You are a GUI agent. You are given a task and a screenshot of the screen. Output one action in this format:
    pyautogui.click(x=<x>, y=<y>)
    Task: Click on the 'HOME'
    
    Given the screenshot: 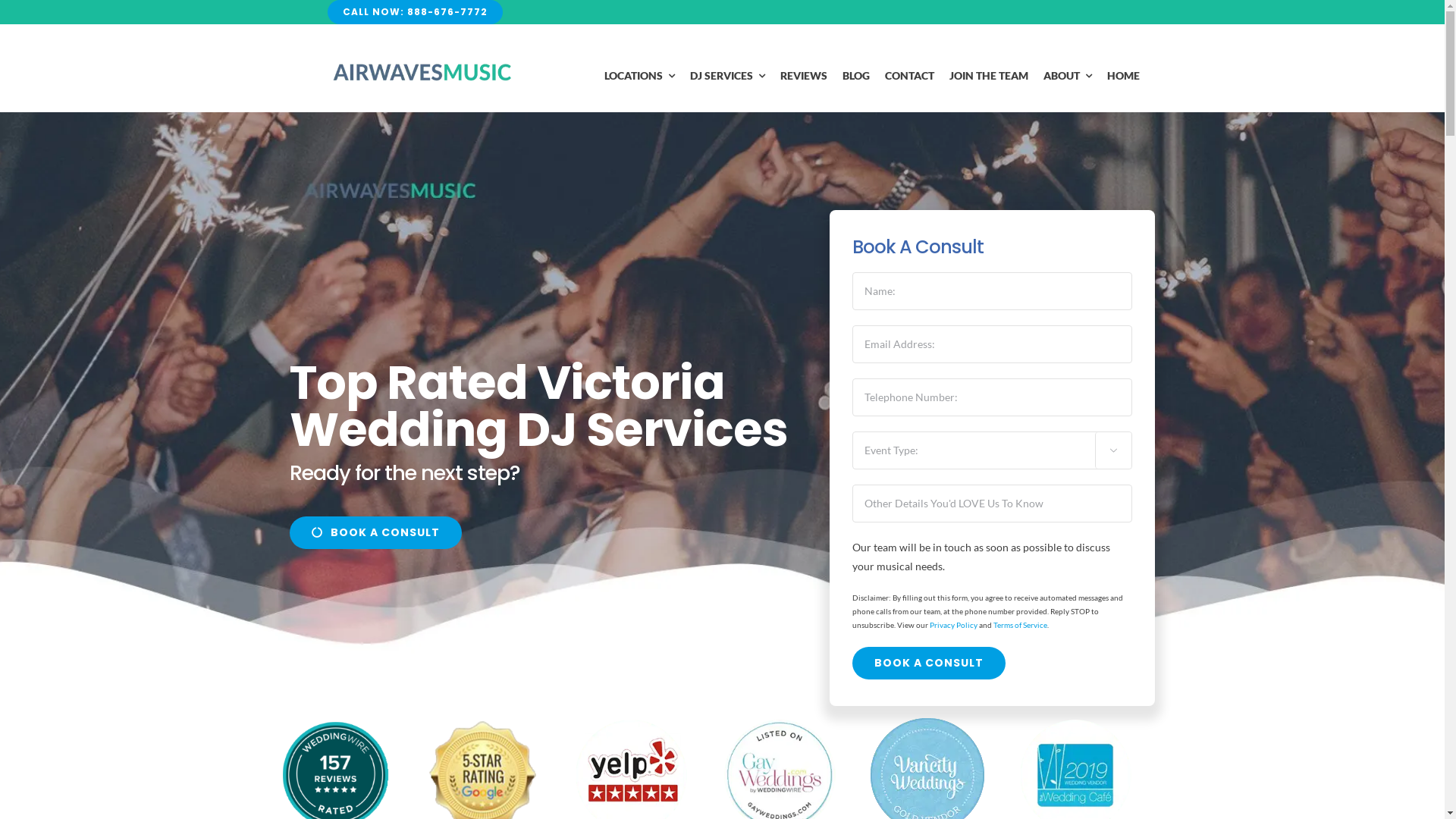 What is the action you would take?
    pyautogui.click(x=1106, y=76)
    